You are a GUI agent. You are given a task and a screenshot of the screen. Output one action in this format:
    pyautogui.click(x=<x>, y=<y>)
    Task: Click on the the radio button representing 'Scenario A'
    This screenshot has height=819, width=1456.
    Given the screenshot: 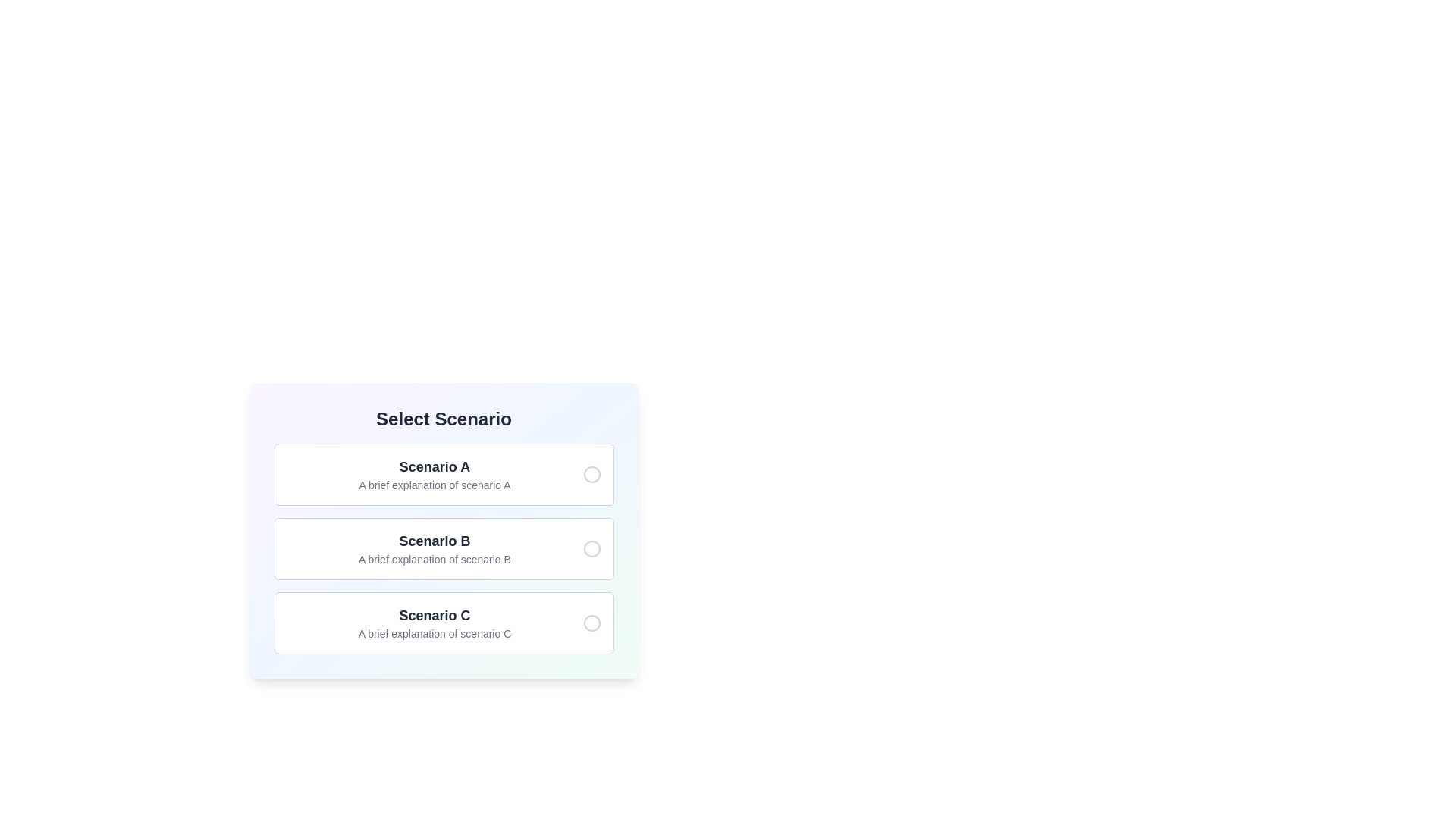 What is the action you would take?
    pyautogui.click(x=591, y=473)
    